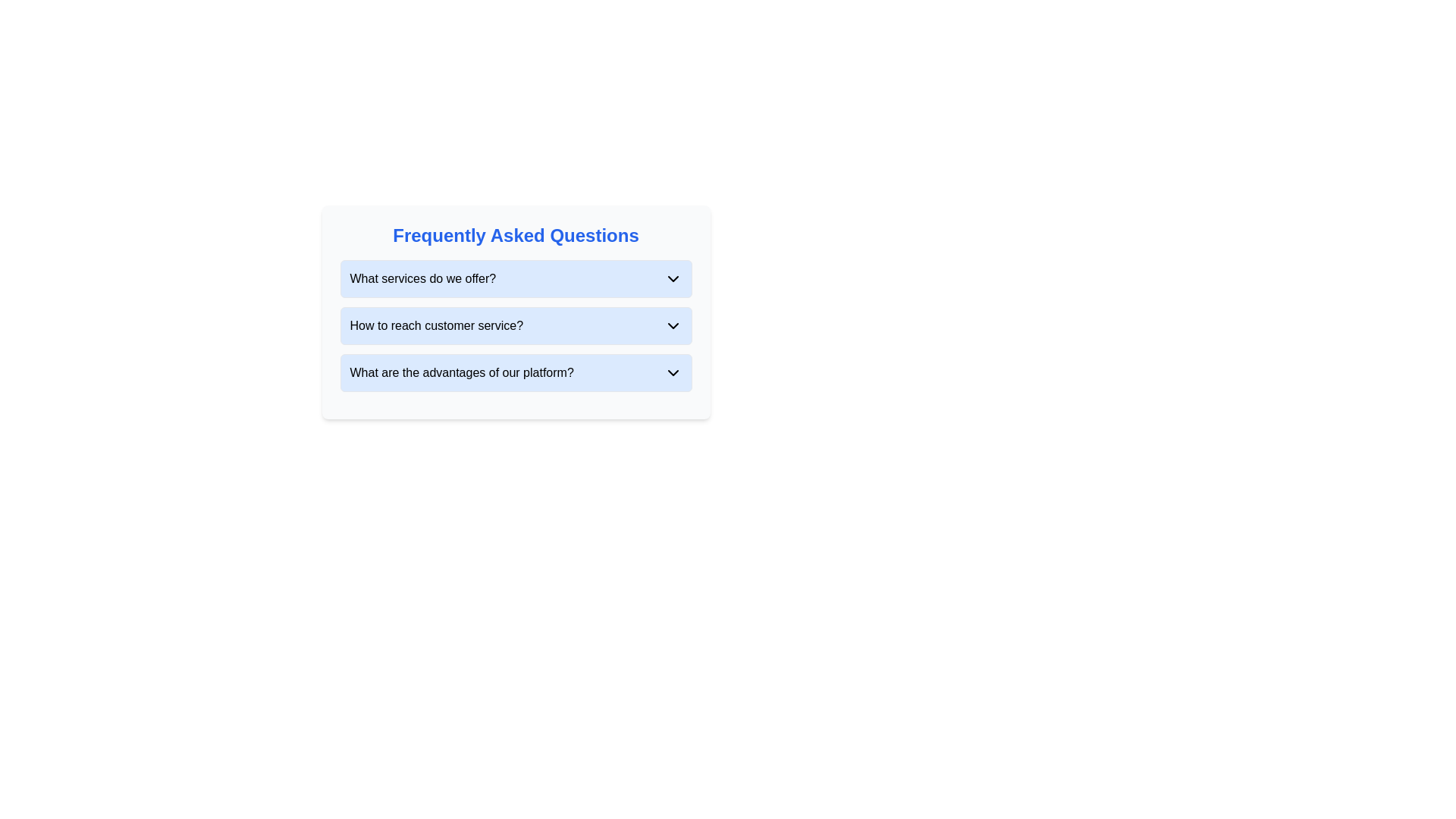  Describe the element at coordinates (672, 373) in the screenshot. I see `the downward-facing chevron icon with a rounded design, located to the right of the text 'What are the advantages of our platform?'` at that location.